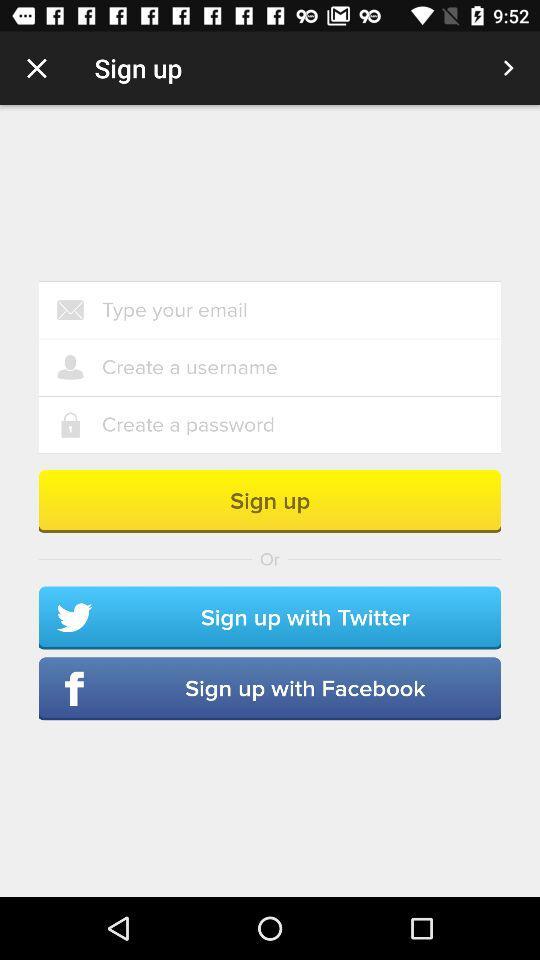 The height and width of the screenshot is (960, 540). Describe the element at coordinates (508, 68) in the screenshot. I see `the icon next to the sign up icon` at that location.